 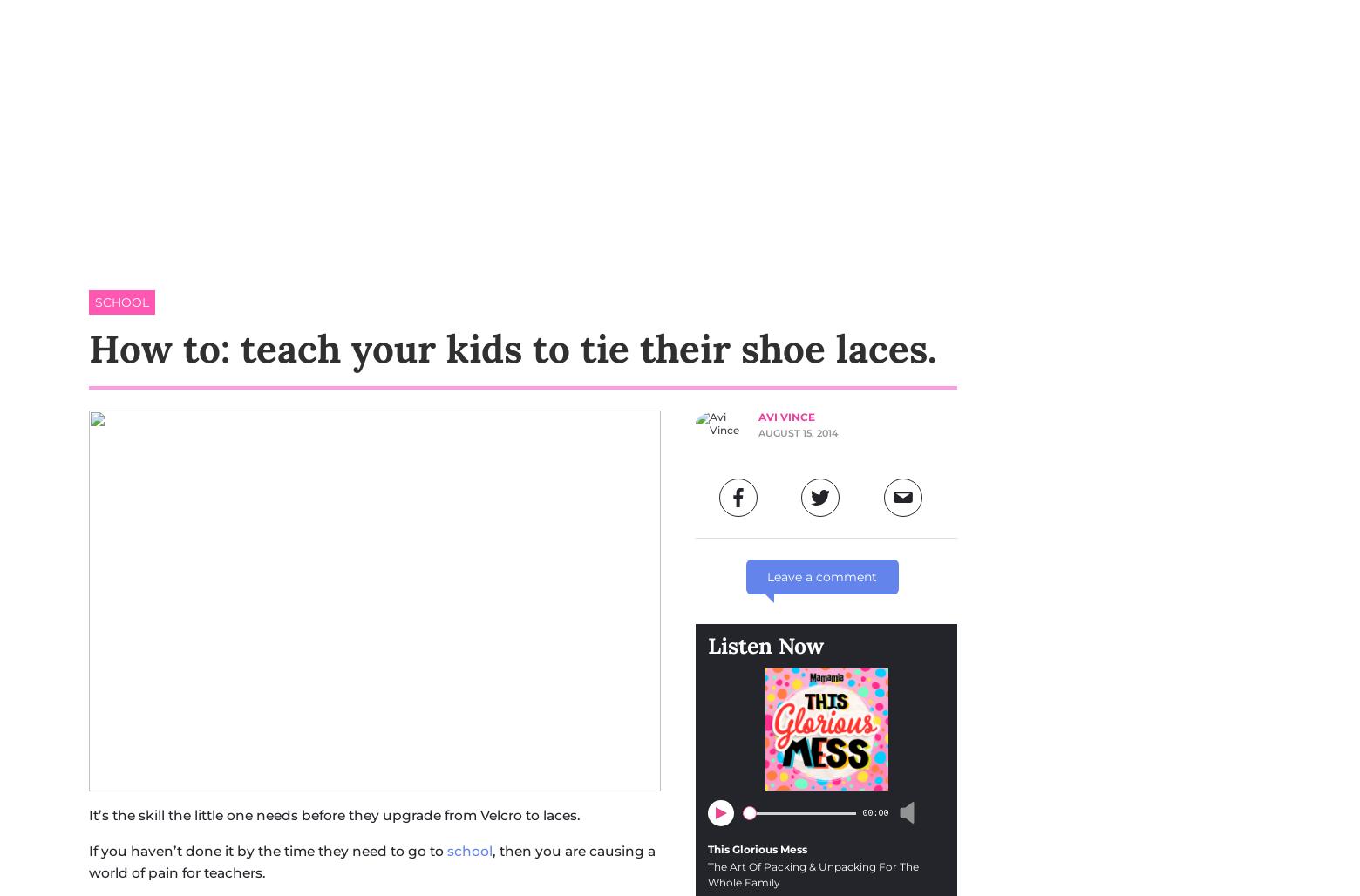 I want to click on 'Help Centre', so click(x=1125, y=350).